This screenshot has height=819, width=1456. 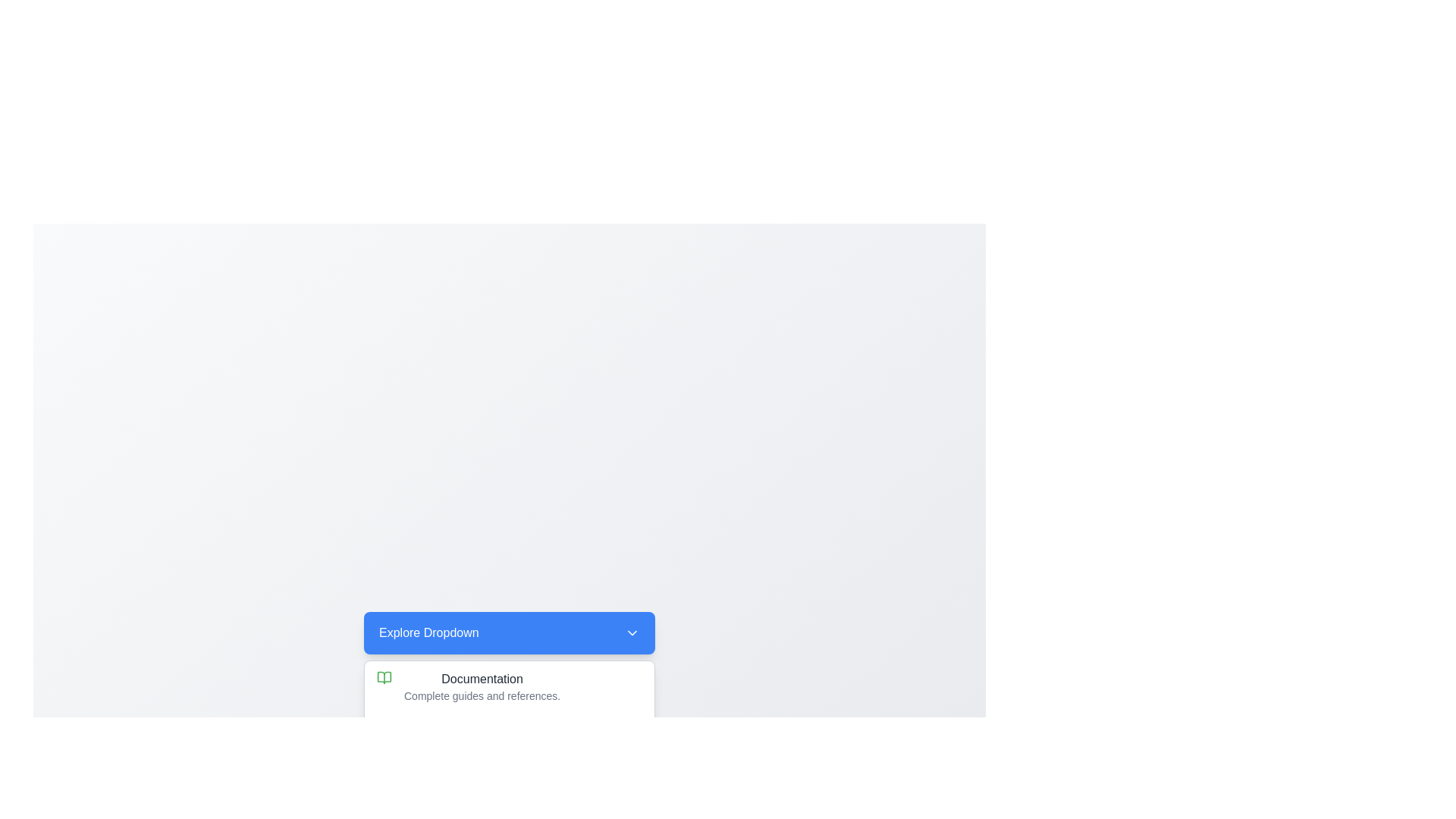 What do you see at coordinates (482, 696) in the screenshot?
I see `the text label that serves as a descriptive subtitle for the 'Documentation' section, located directly below the 'Documentation' heading` at bounding box center [482, 696].